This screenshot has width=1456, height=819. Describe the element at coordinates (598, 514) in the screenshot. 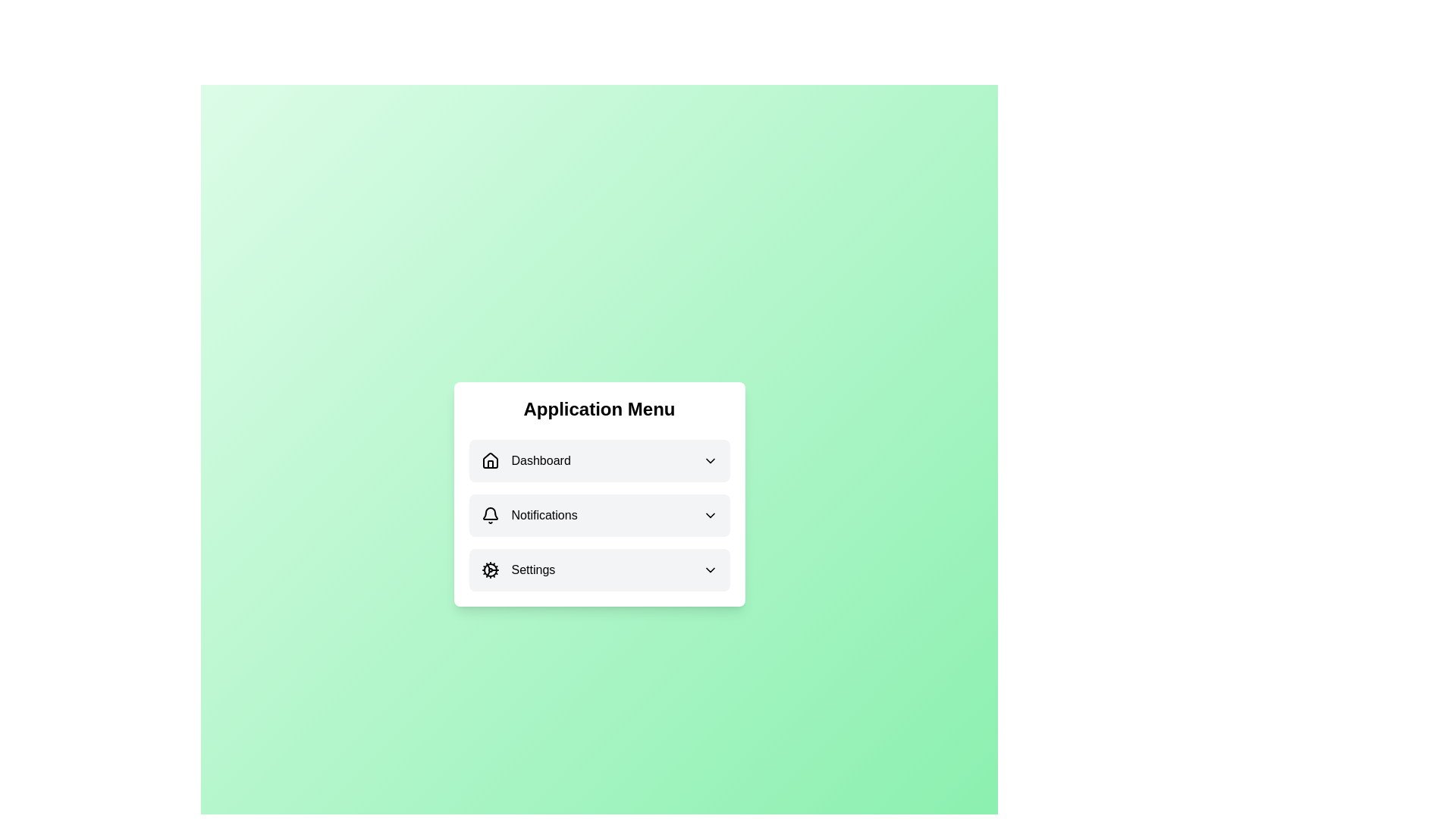

I see `the interactive tab located in the vertical navigation menu that grants access to notification settings, positioned between the 'Dashboard' and 'Settings' options` at that location.